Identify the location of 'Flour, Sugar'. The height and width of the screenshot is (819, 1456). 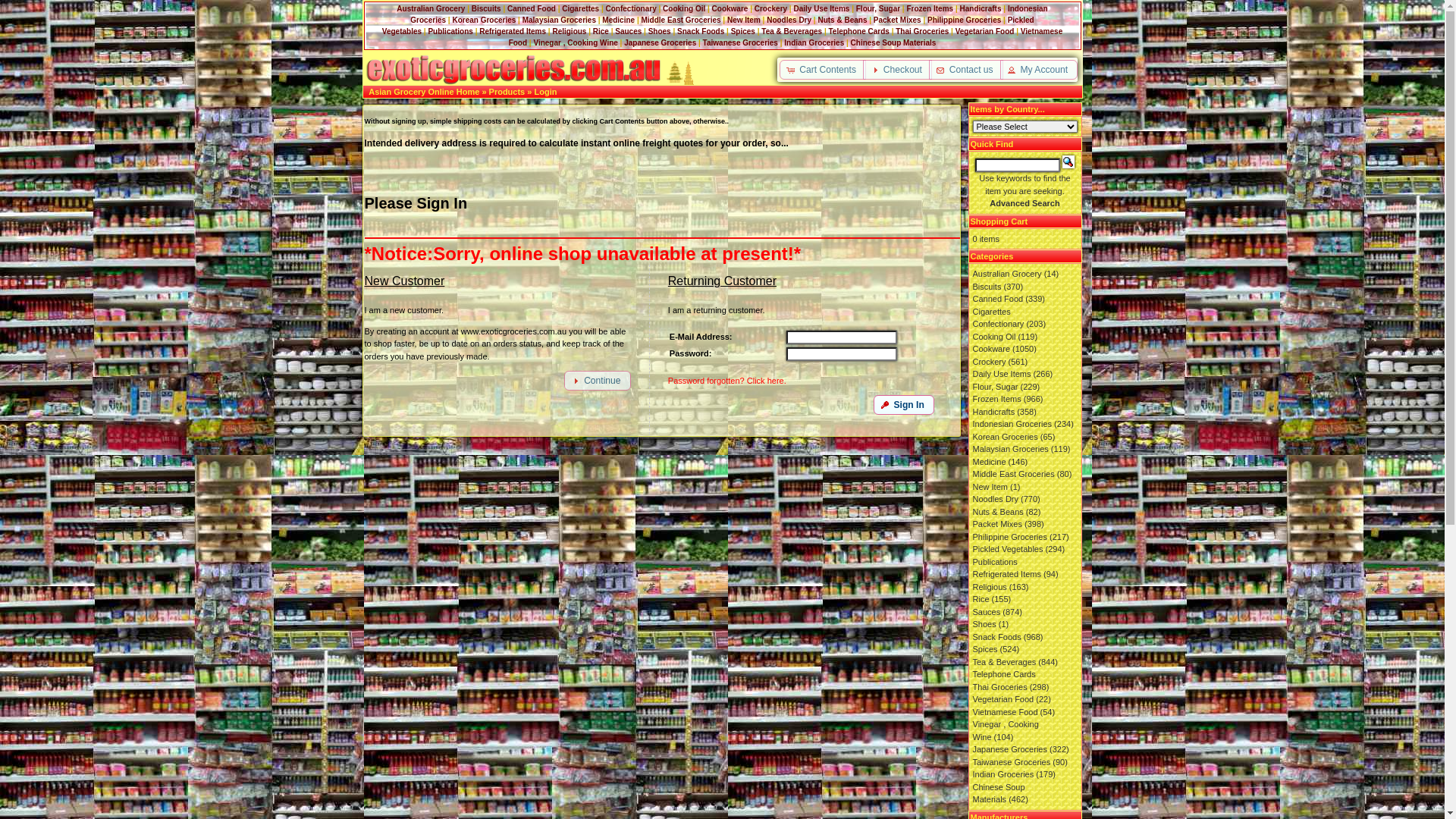
(855, 8).